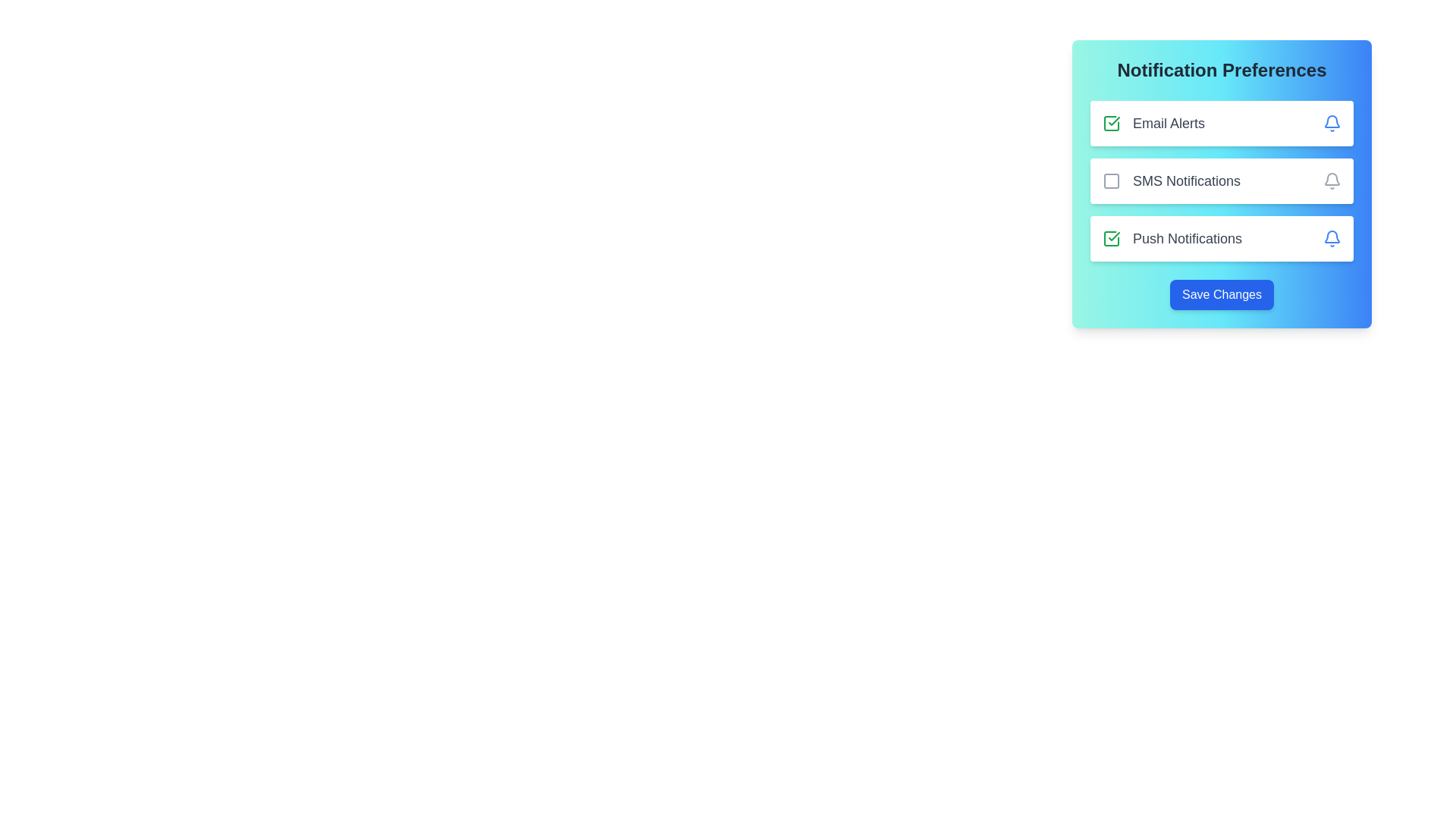 The image size is (1456, 819). I want to click on the checkmark icon in the 'Push Notifications' row, which indicates the activation of the setting, so click(1114, 120).